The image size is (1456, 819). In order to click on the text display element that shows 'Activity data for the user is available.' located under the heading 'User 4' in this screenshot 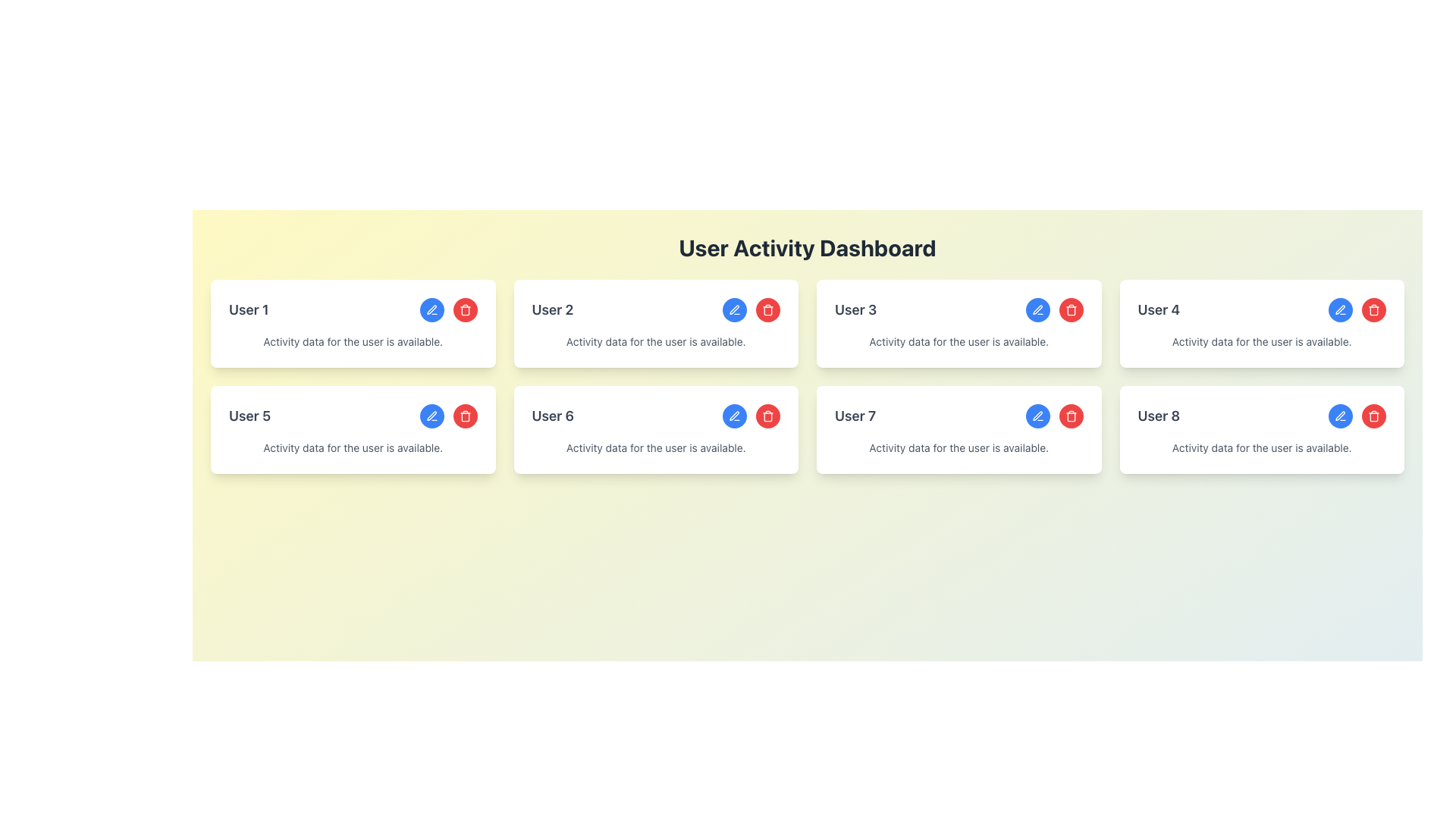, I will do `click(1262, 342)`.